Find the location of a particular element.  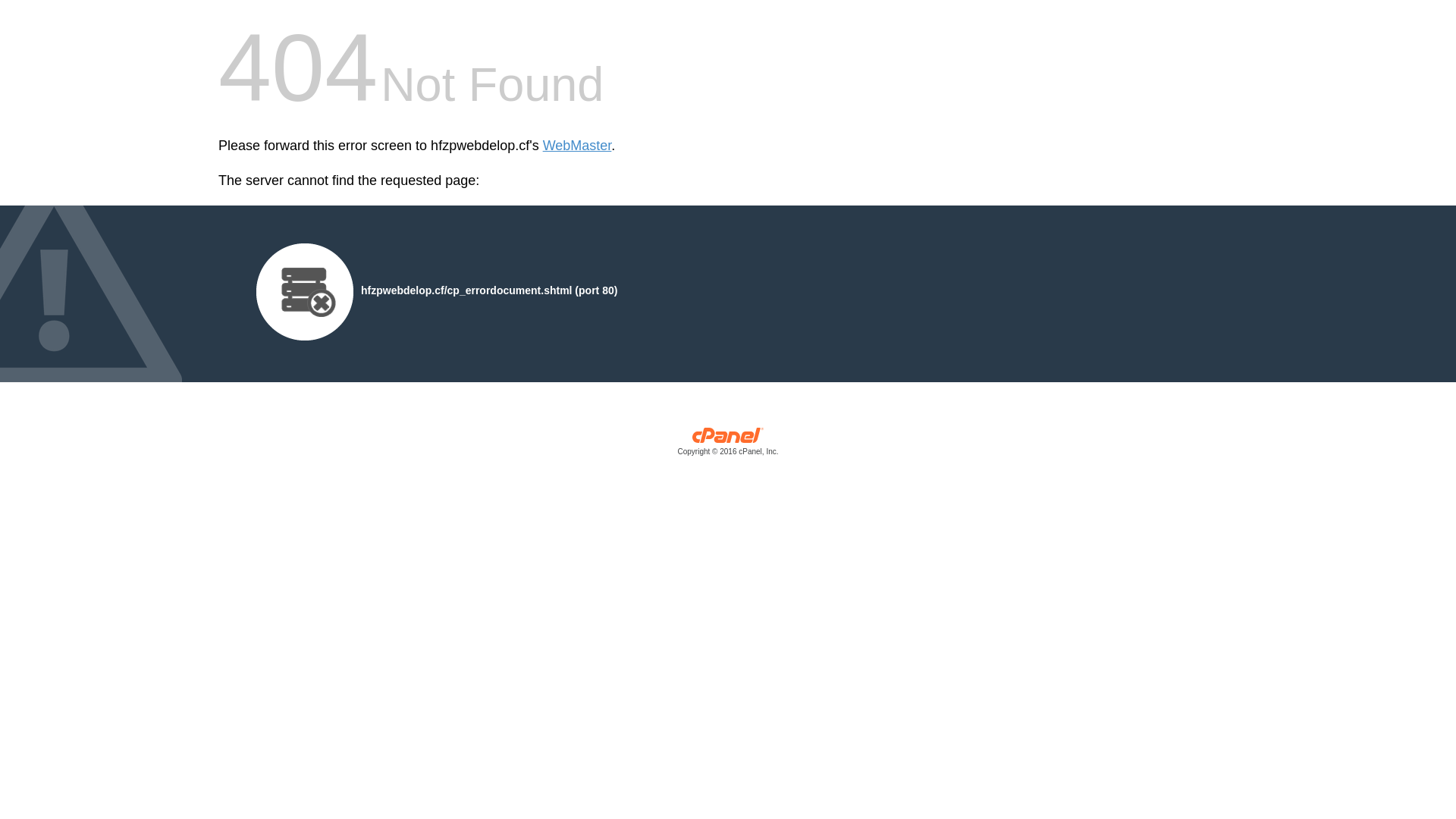

'WebMaster' is located at coordinates (576, 146).